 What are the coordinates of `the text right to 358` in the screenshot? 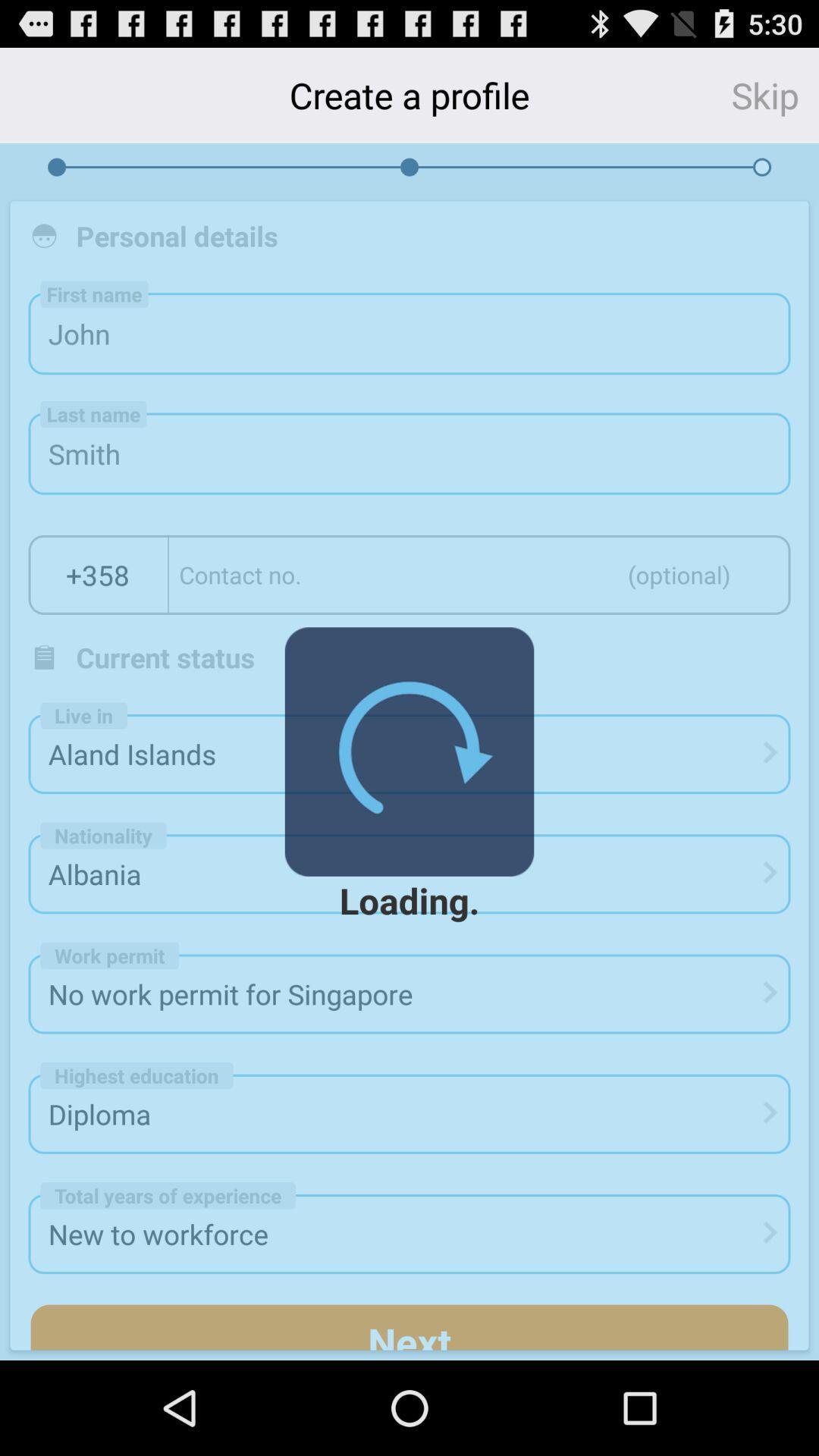 It's located at (479, 574).